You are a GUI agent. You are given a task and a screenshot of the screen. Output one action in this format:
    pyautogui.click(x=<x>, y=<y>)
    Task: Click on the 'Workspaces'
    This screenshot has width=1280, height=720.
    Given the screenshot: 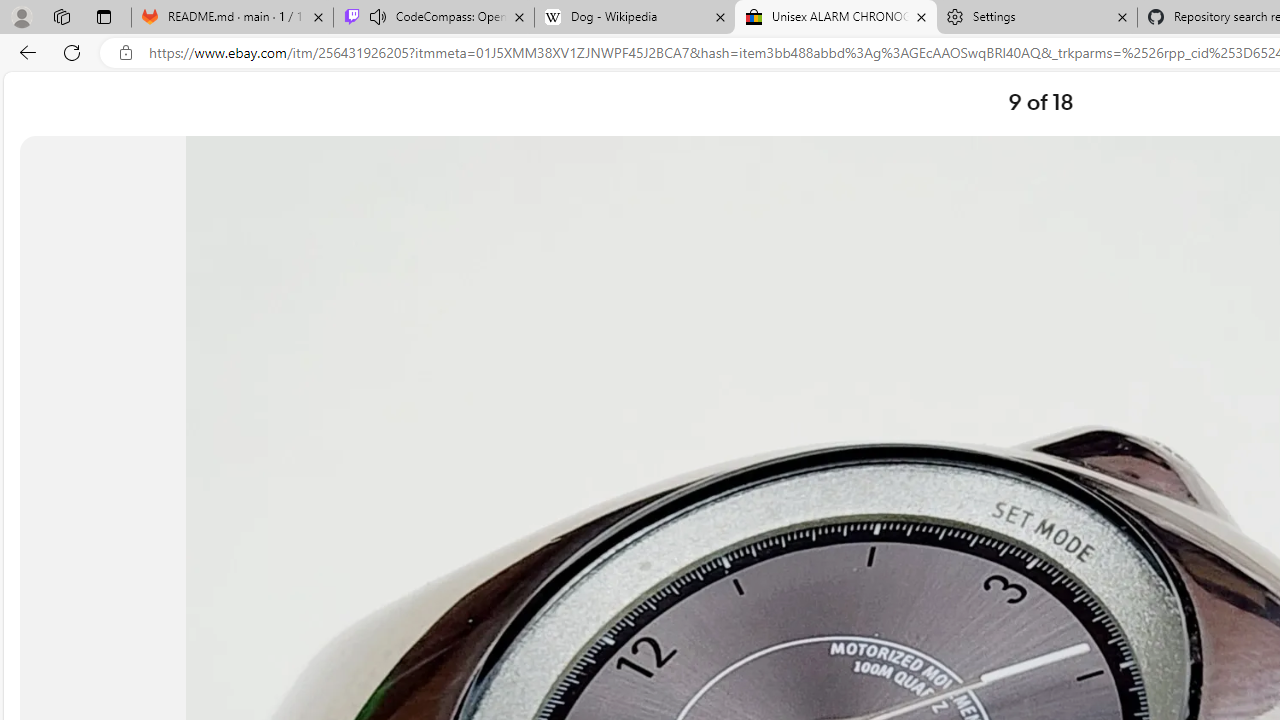 What is the action you would take?
    pyautogui.click(x=61, y=16)
    